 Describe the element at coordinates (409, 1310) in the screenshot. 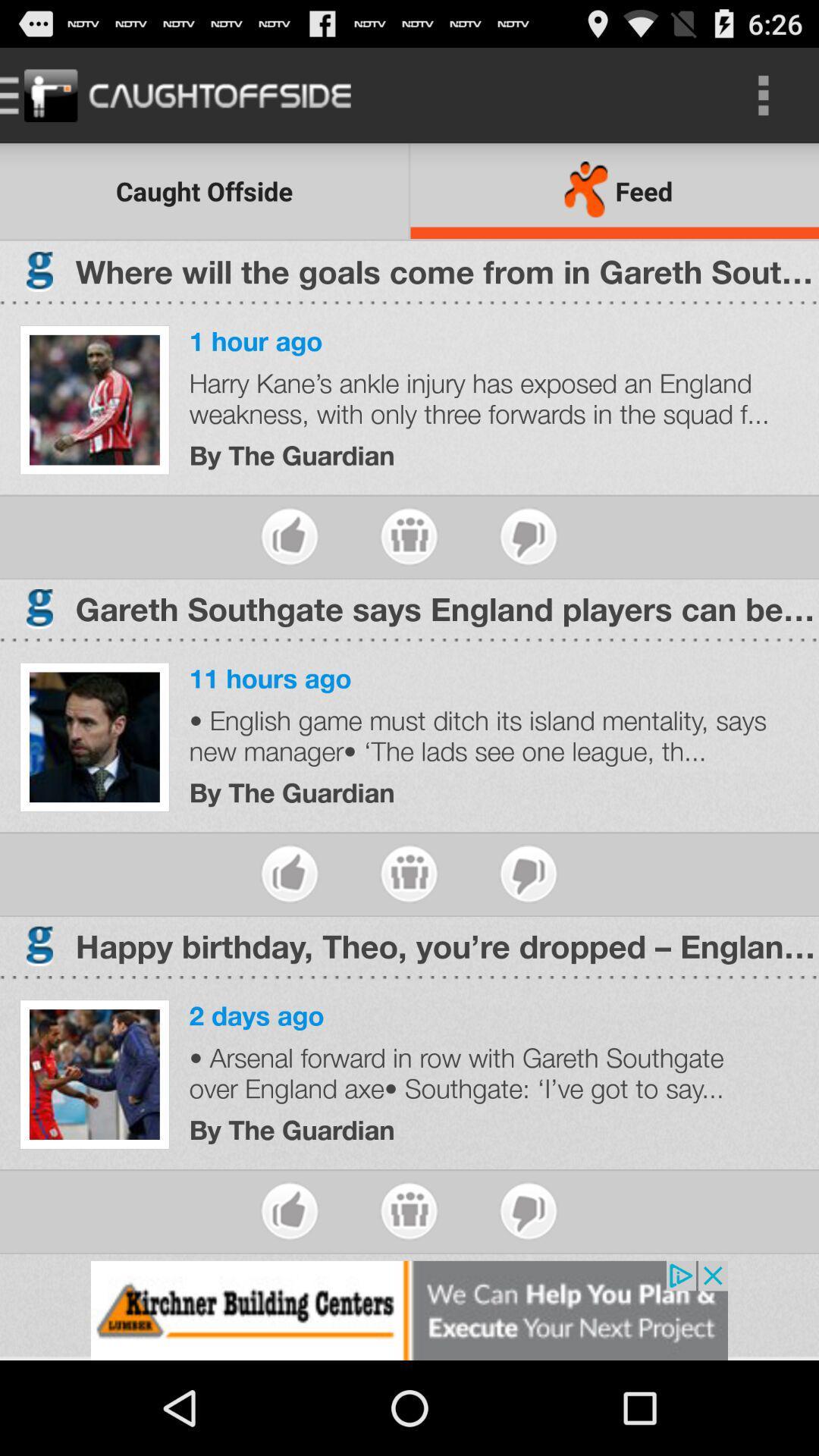

I see `open advertisement` at that location.